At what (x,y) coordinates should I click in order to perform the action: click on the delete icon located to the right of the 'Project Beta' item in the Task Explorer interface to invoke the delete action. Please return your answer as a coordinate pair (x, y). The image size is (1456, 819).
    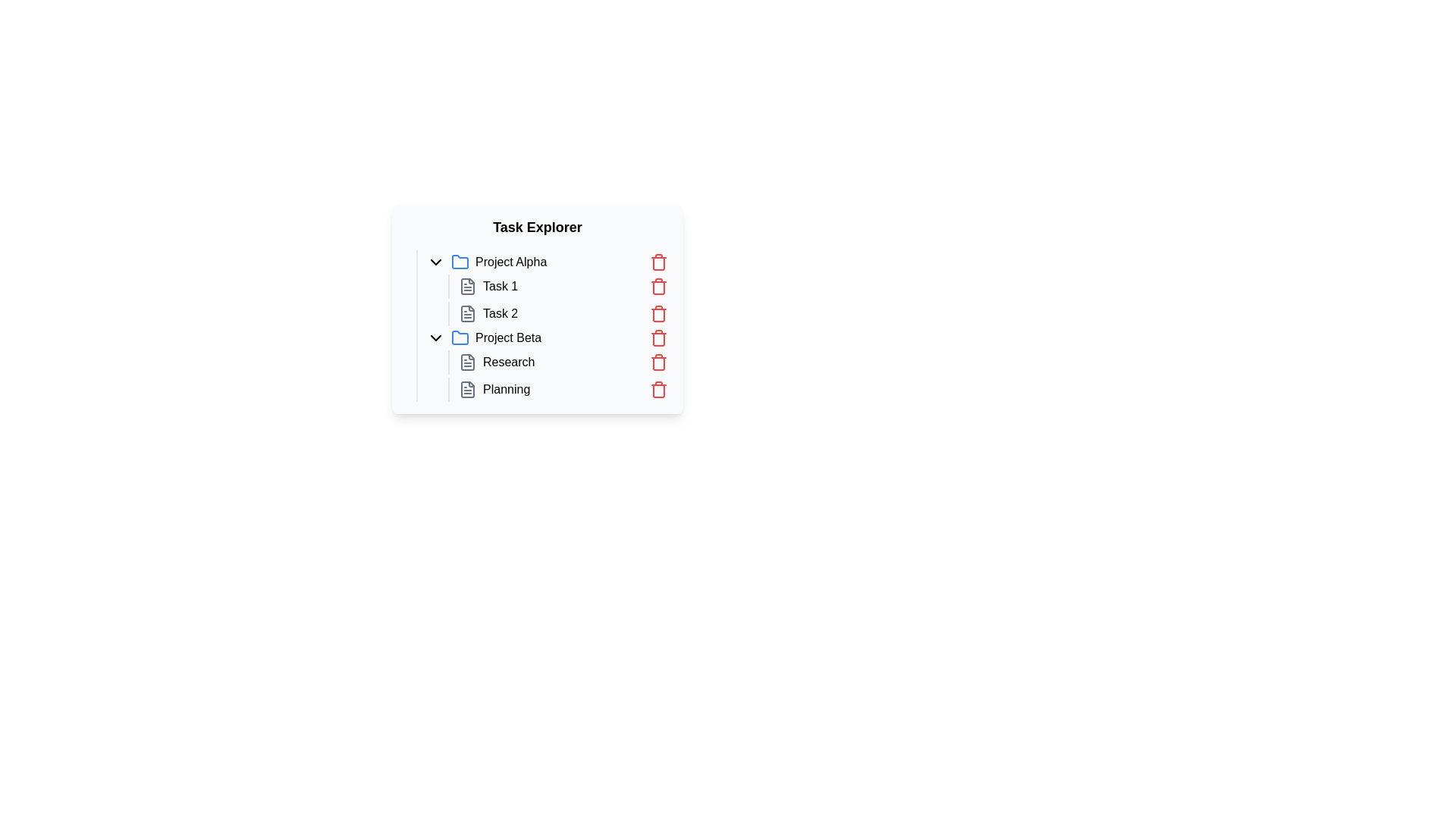
    Looking at the image, I should click on (658, 338).